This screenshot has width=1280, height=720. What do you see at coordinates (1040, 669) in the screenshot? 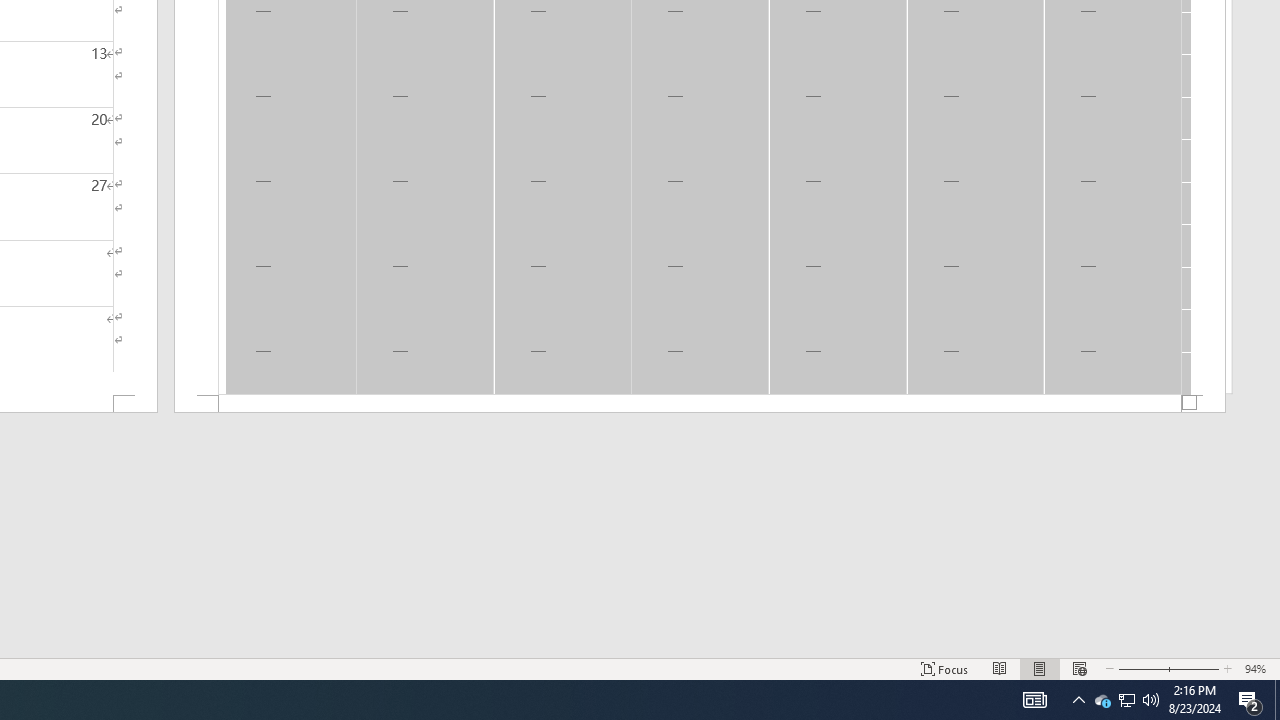
I see `'Print Layout'` at bounding box center [1040, 669].